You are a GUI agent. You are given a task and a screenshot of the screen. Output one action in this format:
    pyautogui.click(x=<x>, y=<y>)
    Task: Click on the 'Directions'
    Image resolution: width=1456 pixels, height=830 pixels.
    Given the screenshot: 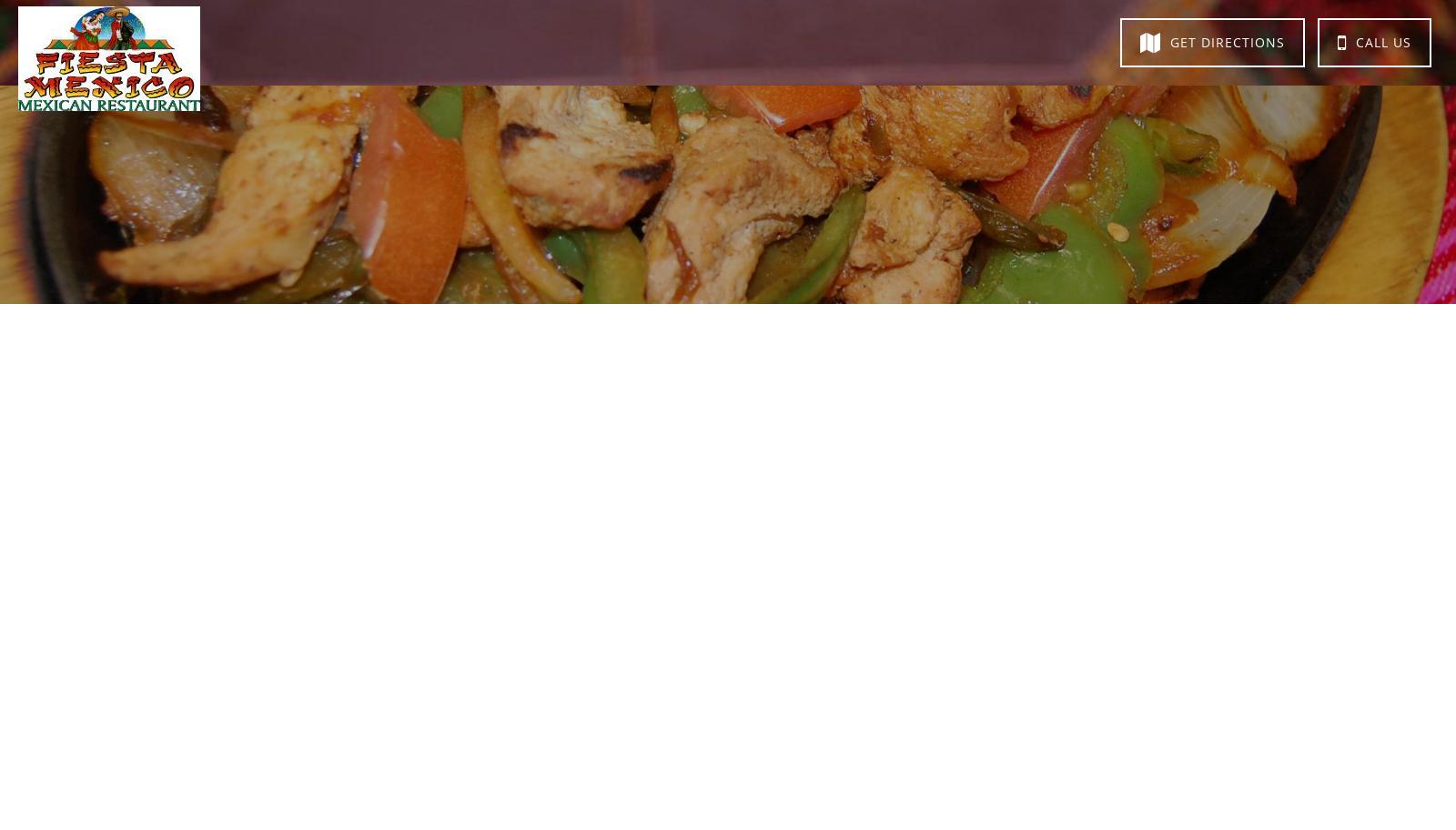 What is the action you would take?
    pyautogui.click(x=657, y=39)
    